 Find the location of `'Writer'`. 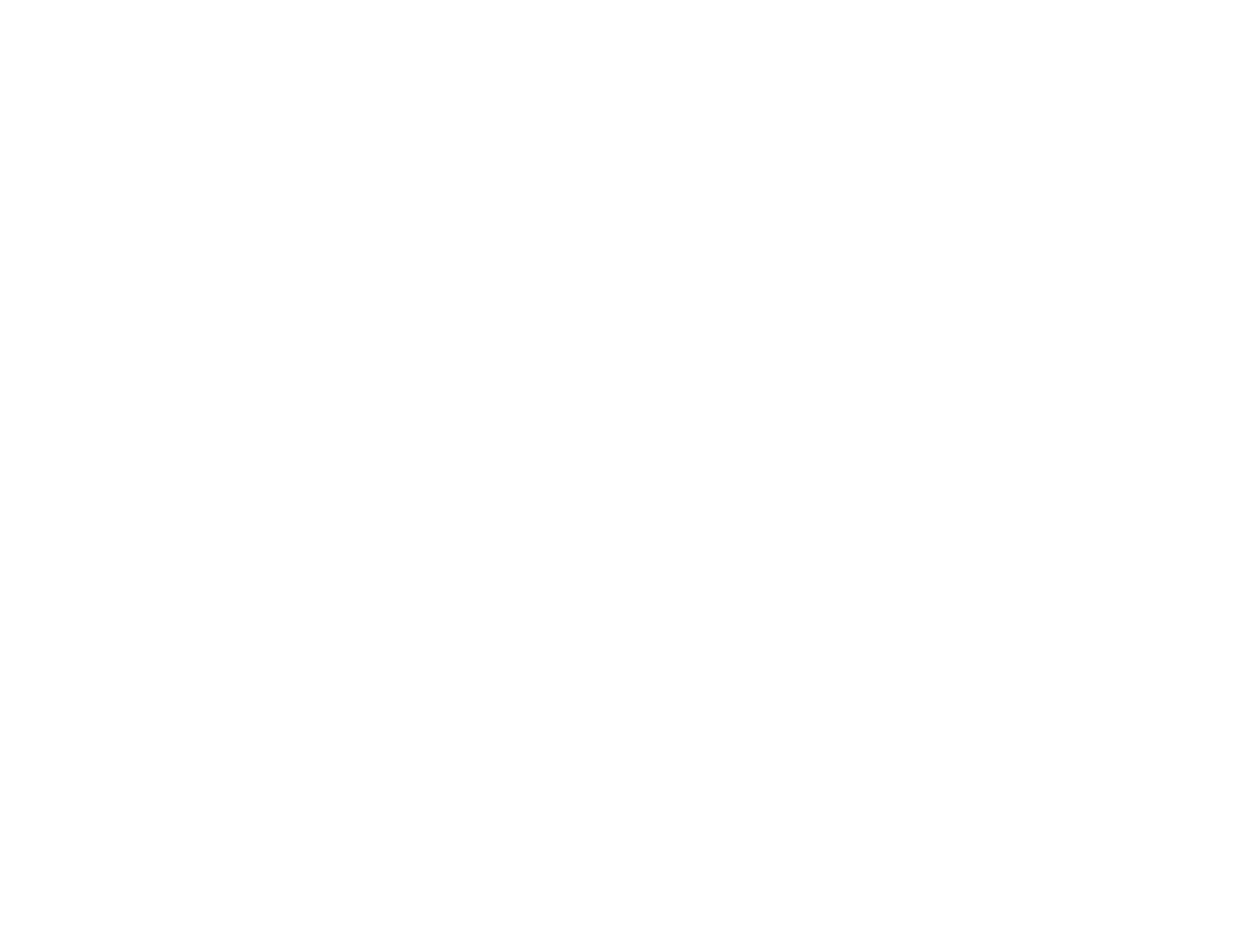

'Writer' is located at coordinates (123, 53).